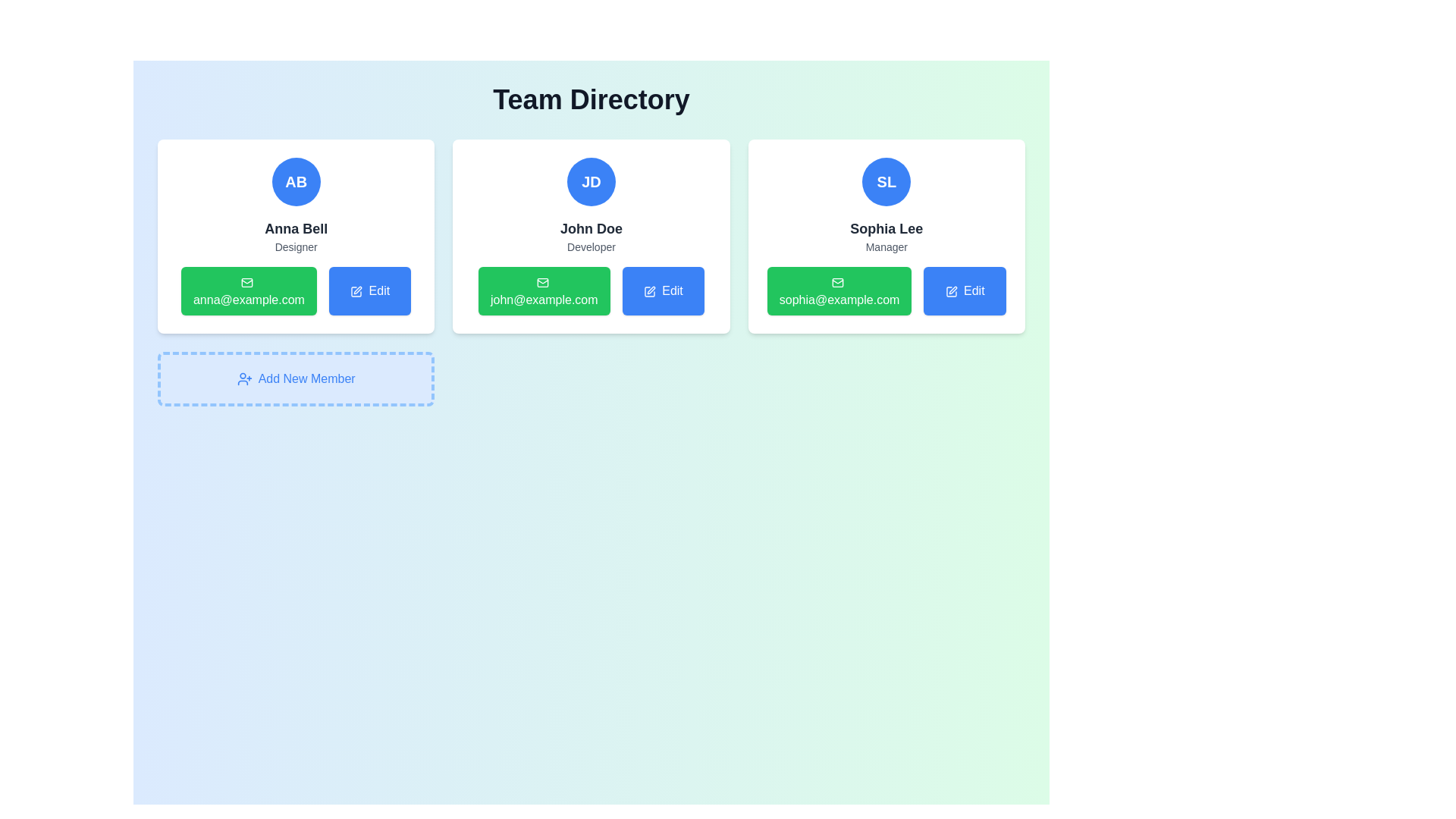 The width and height of the screenshot is (1456, 819). What do you see at coordinates (590, 291) in the screenshot?
I see `the contact button located under the 'John Doe' name in the 'Team Directory' section` at bounding box center [590, 291].